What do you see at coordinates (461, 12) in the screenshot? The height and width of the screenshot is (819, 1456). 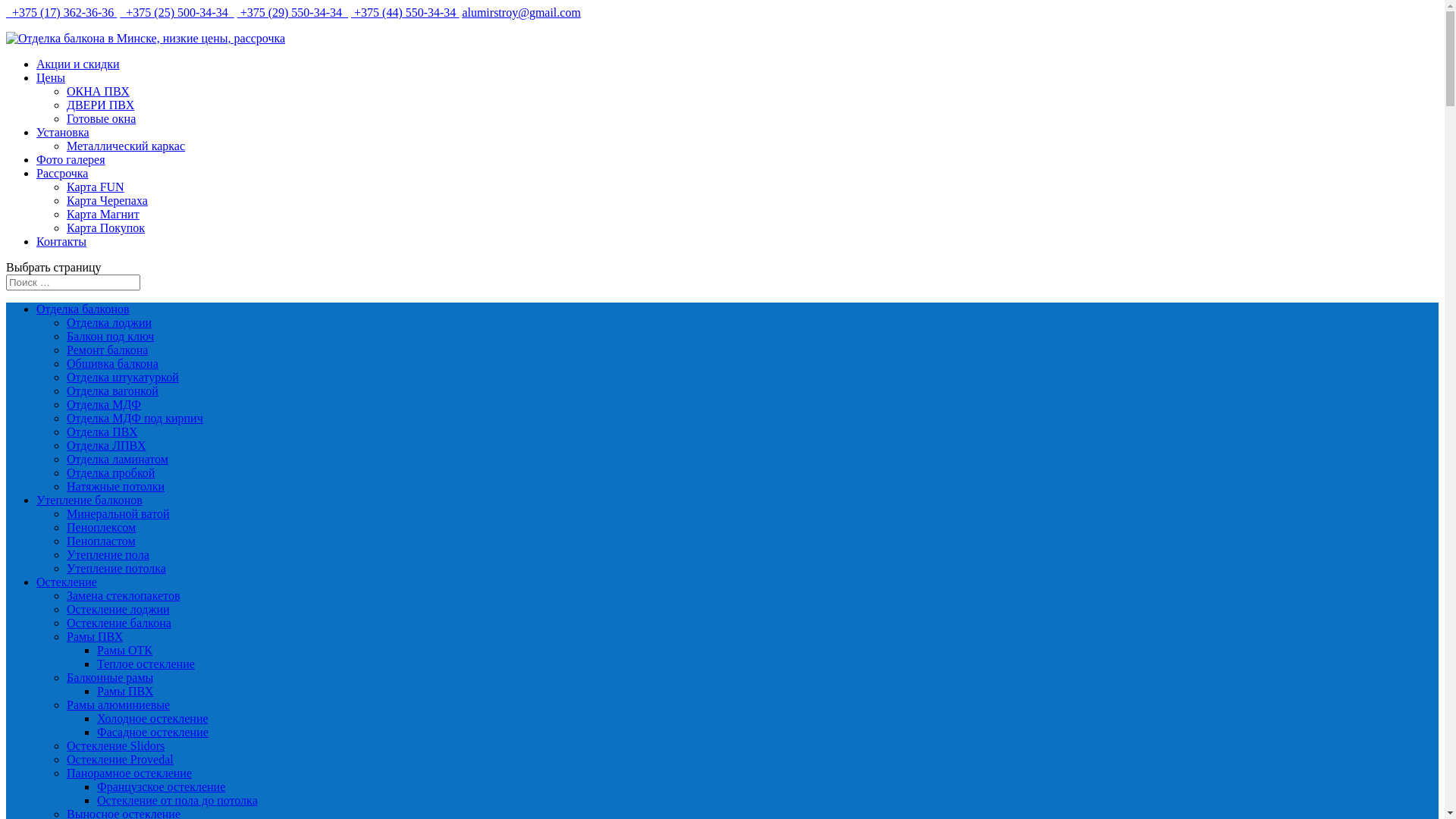 I see `'alumirstroy@gmail.com'` at bounding box center [461, 12].